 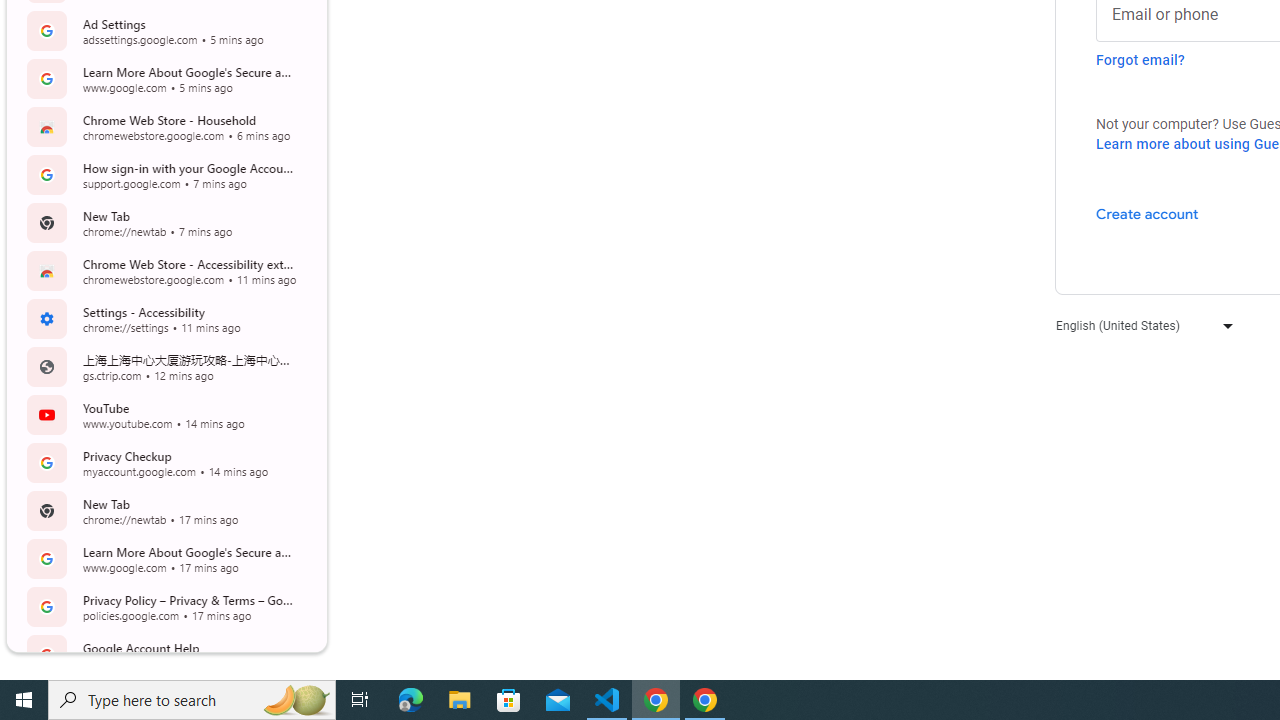 What do you see at coordinates (164, 414) in the screenshot?
I see `'YouTube www.youtube.com 14 mins ago Open Tab'` at bounding box center [164, 414].